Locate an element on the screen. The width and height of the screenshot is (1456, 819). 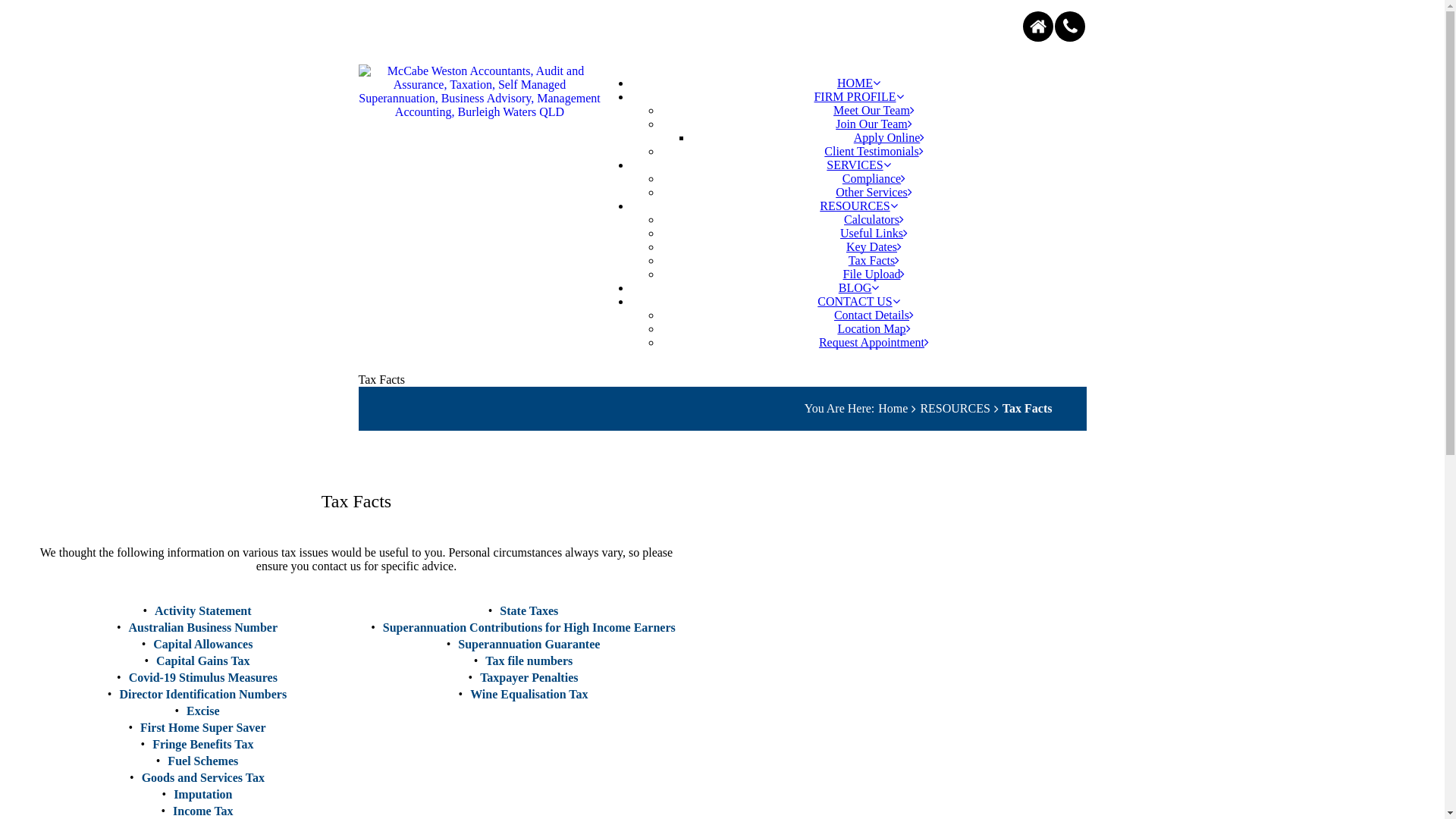
'Activity Statement' is located at coordinates (202, 610).